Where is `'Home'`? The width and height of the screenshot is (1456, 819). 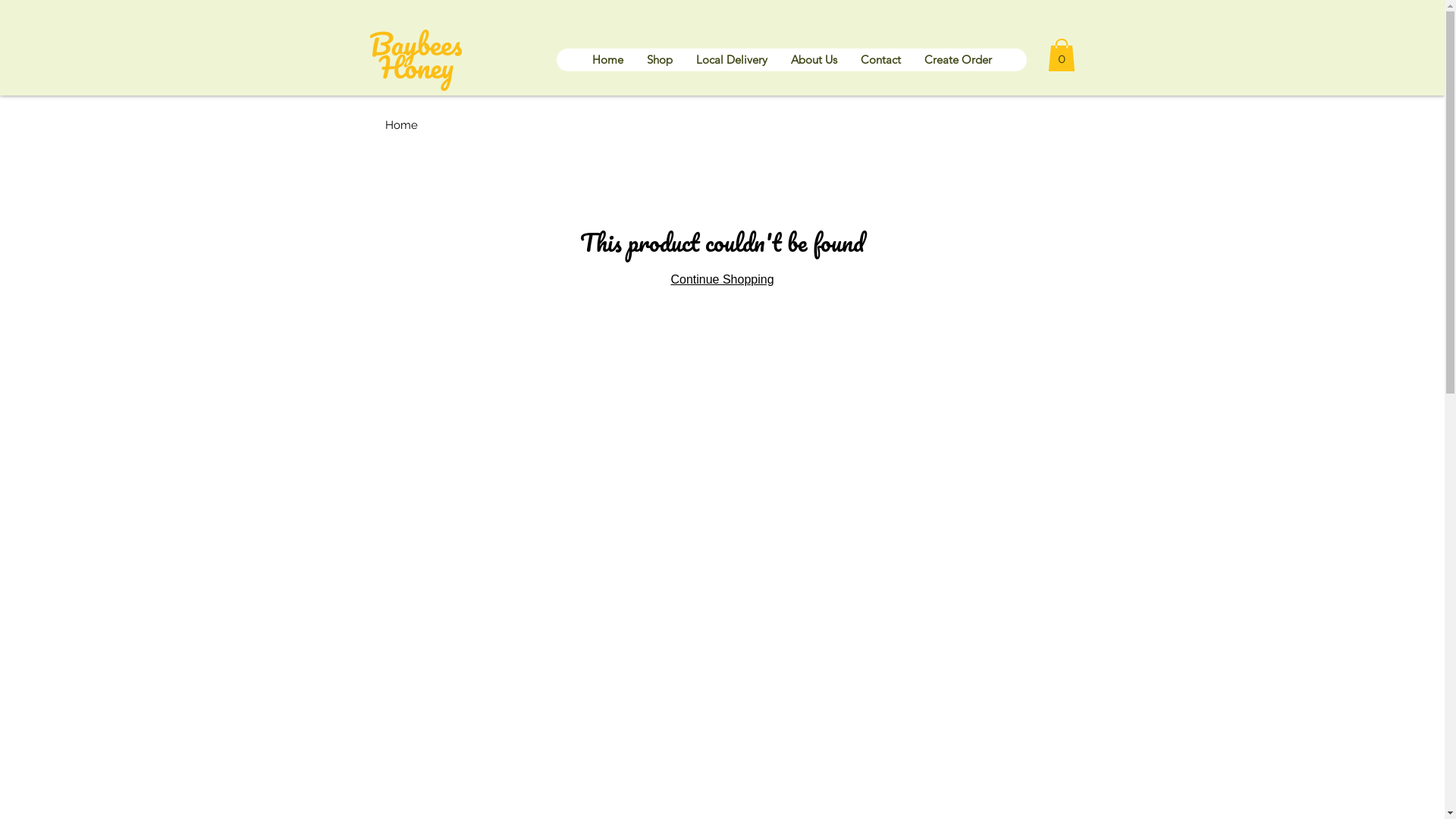
'Home' is located at coordinates (385, 124).